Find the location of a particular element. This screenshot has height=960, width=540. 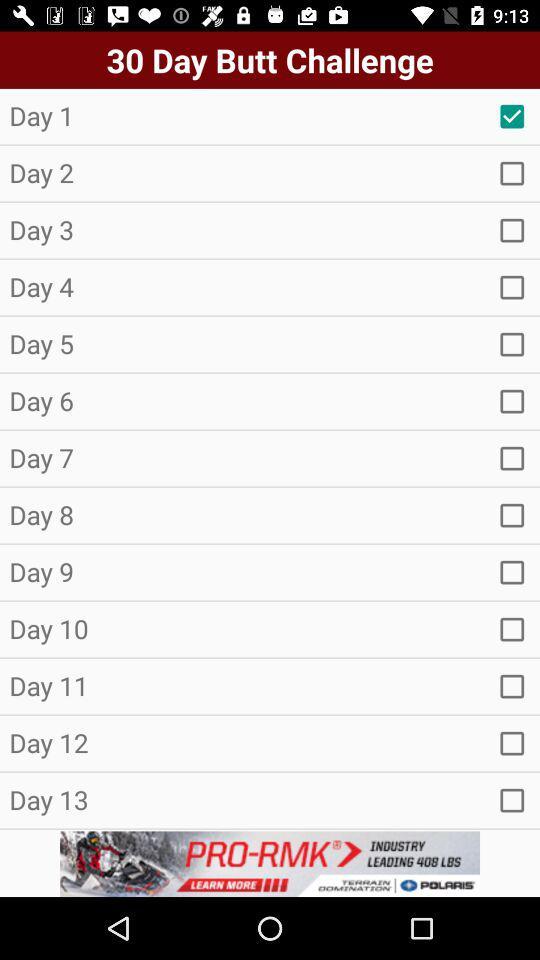

choose day 11 is located at coordinates (512, 686).